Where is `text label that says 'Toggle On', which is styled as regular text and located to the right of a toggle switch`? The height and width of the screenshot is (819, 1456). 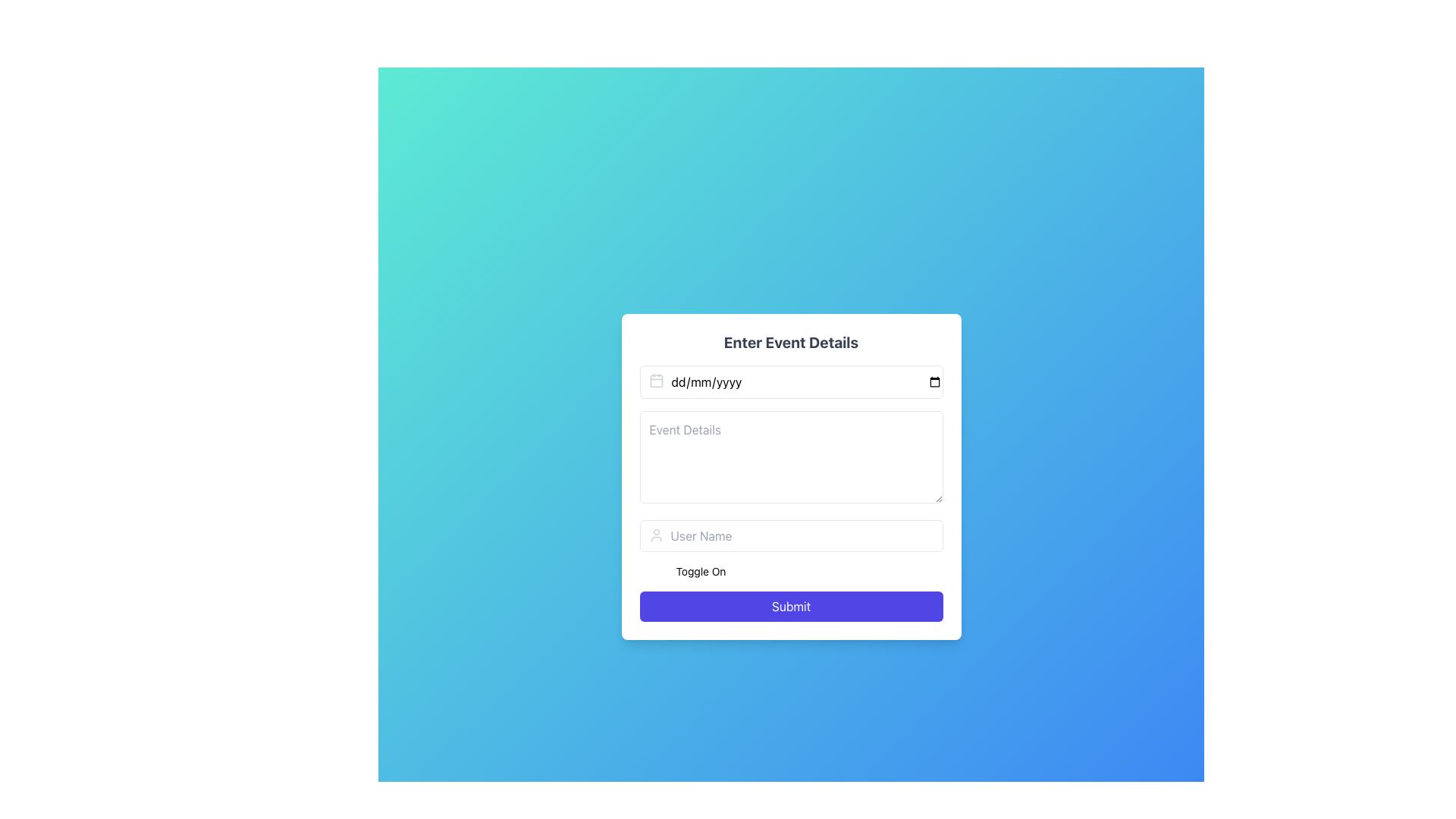 text label that says 'Toggle On', which is styled as regular text and located to the right of a toggle switch is located at coordinates (700, 571).